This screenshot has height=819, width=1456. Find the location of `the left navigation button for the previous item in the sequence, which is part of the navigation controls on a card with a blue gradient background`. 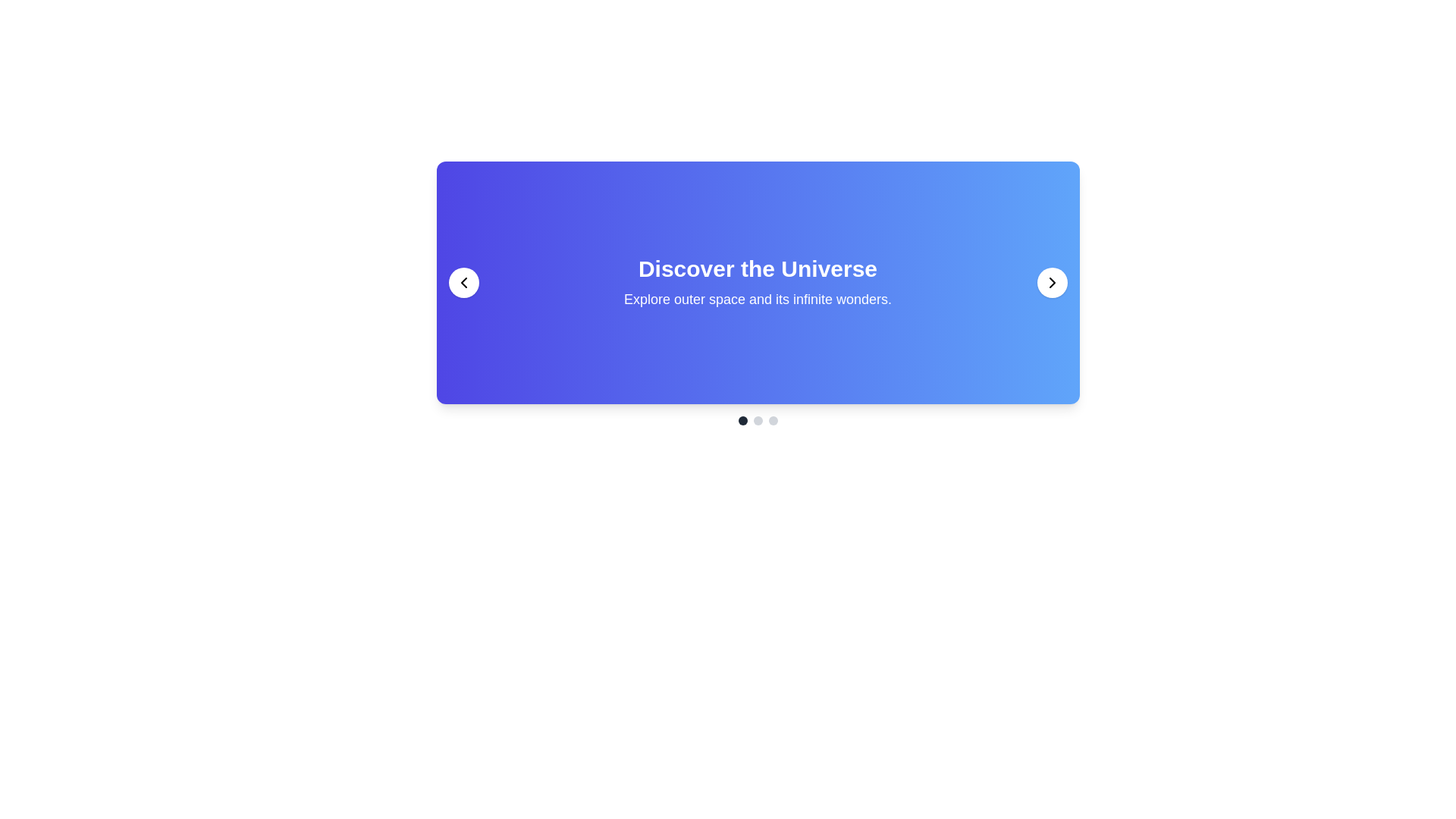

the left navigation button for the previous item in the sequence, which is part of the navigation controls on a card with a blue gradient background is located at coordinates (463, 283).